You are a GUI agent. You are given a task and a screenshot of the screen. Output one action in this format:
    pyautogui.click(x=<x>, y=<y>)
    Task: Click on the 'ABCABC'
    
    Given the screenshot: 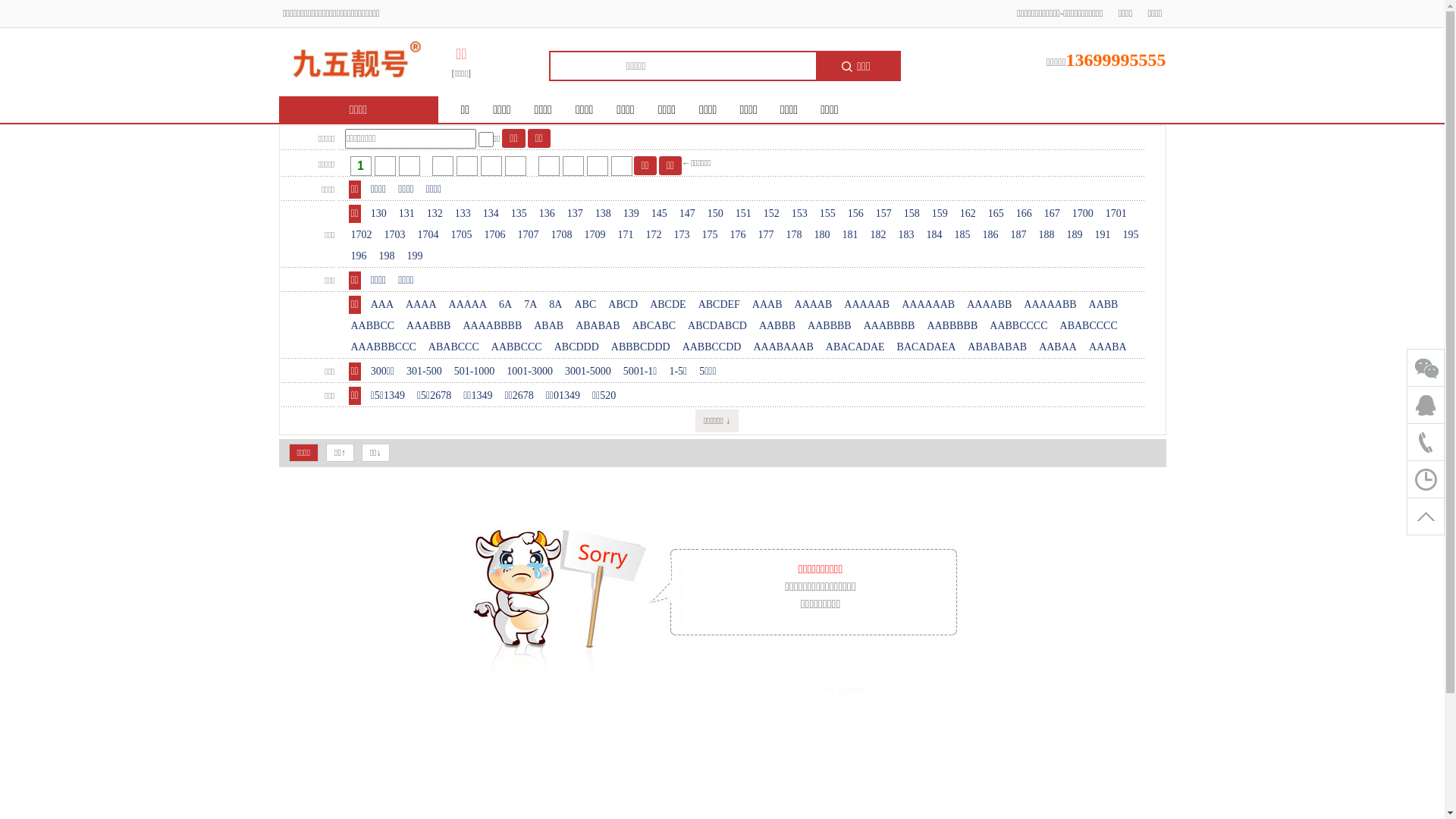 What is the action you would take?
    pyautogui.click(x=654, y=325)
    